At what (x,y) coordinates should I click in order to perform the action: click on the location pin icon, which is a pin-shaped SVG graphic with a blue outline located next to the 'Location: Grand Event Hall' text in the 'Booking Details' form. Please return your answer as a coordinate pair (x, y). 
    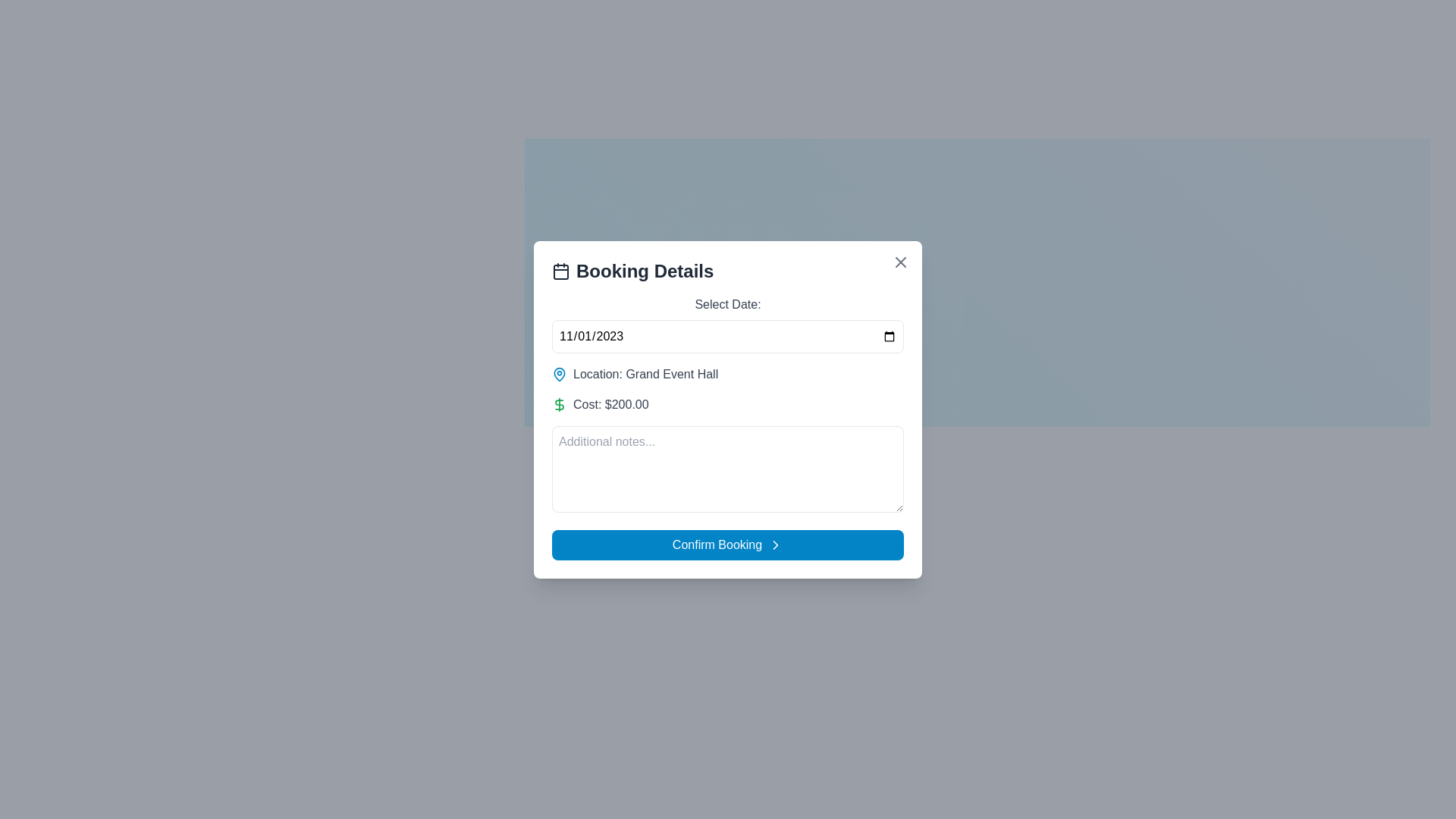
    Looking at the image, I should click on (559, 374).